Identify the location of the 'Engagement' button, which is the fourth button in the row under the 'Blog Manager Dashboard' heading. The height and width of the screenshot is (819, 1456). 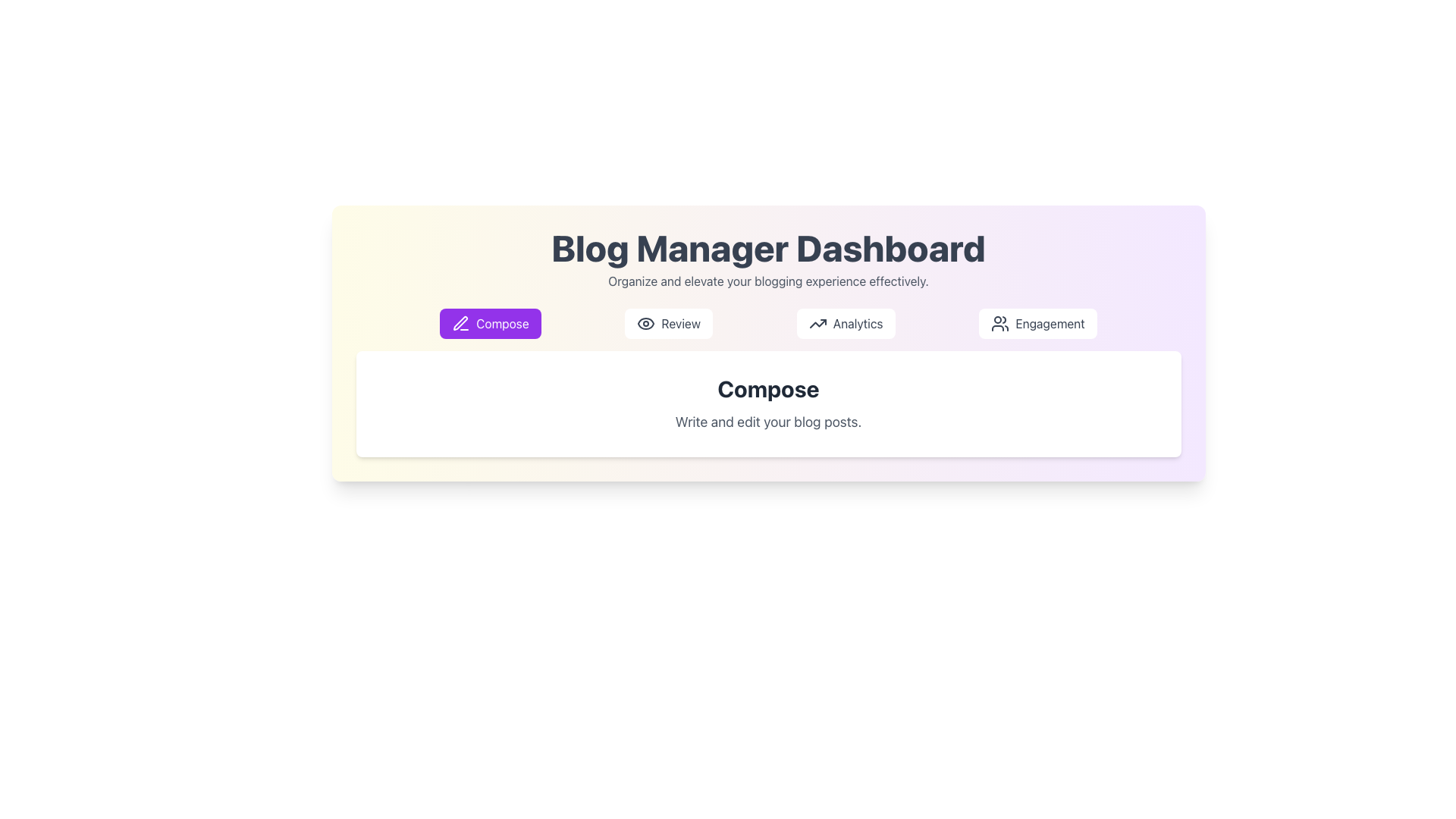
(1037, 323).